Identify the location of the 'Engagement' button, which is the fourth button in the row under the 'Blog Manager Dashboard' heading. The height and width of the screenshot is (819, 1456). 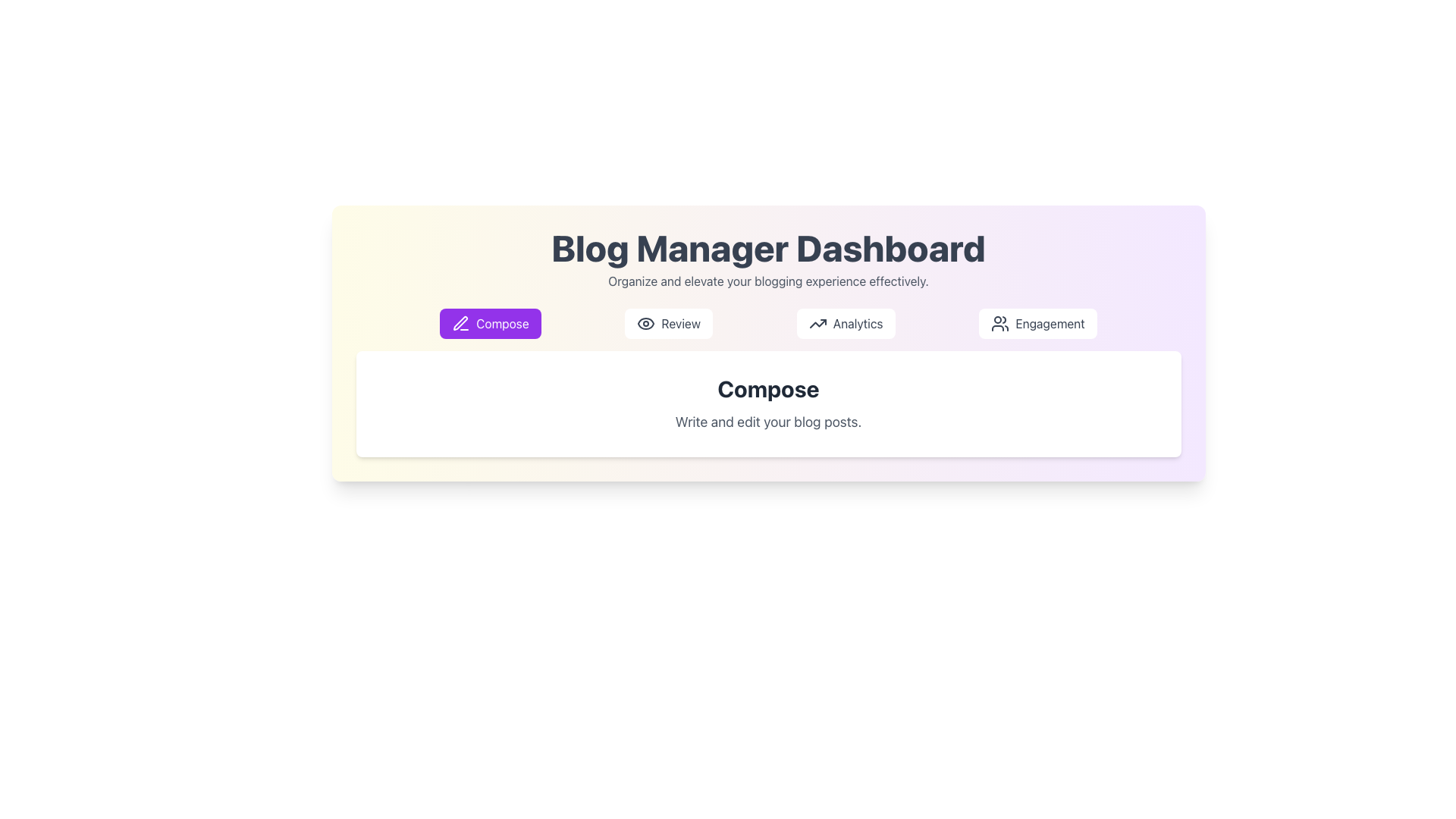
(1037, 323).